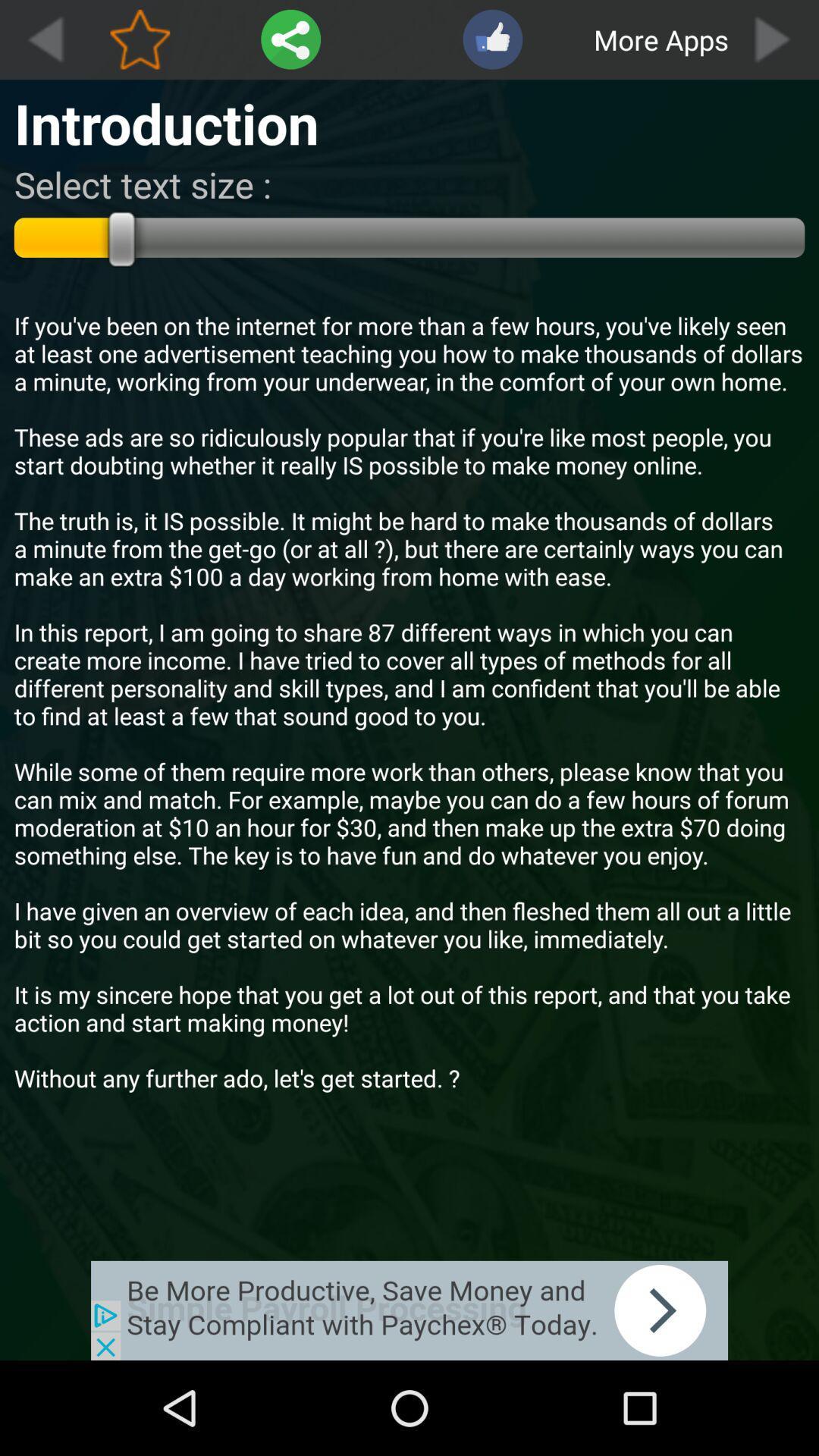  What do you see at coordinates (773, 39) in the screenshot?
I see `the boxs` at bounding box center [773, 39].